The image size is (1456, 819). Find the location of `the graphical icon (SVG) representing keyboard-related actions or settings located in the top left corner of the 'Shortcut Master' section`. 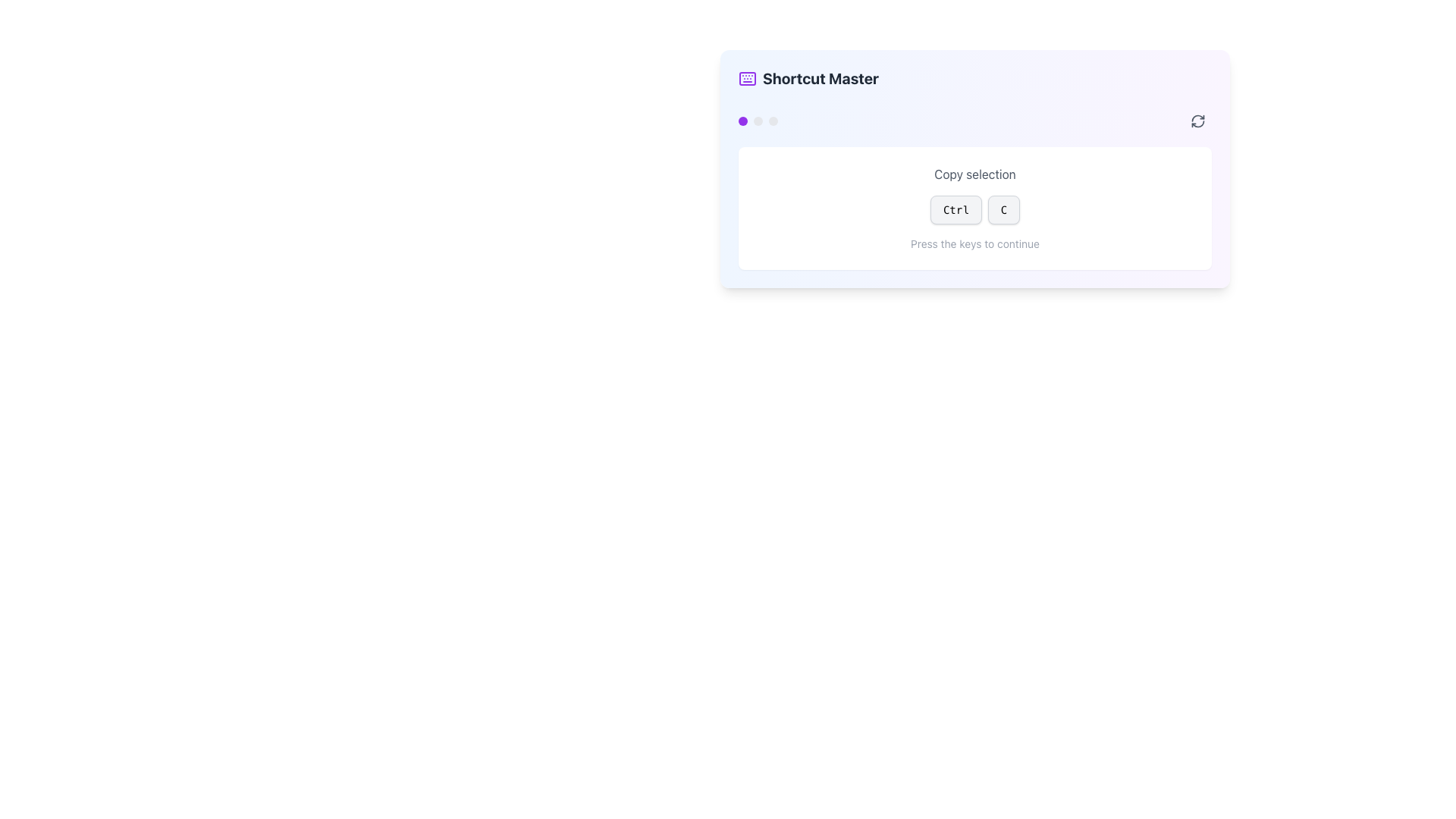

the graphical icon (SVG) representing keyboard-related actions or settings located in the top left corner of the 'Shortcut Master' section is located at coordinates (747, 79).